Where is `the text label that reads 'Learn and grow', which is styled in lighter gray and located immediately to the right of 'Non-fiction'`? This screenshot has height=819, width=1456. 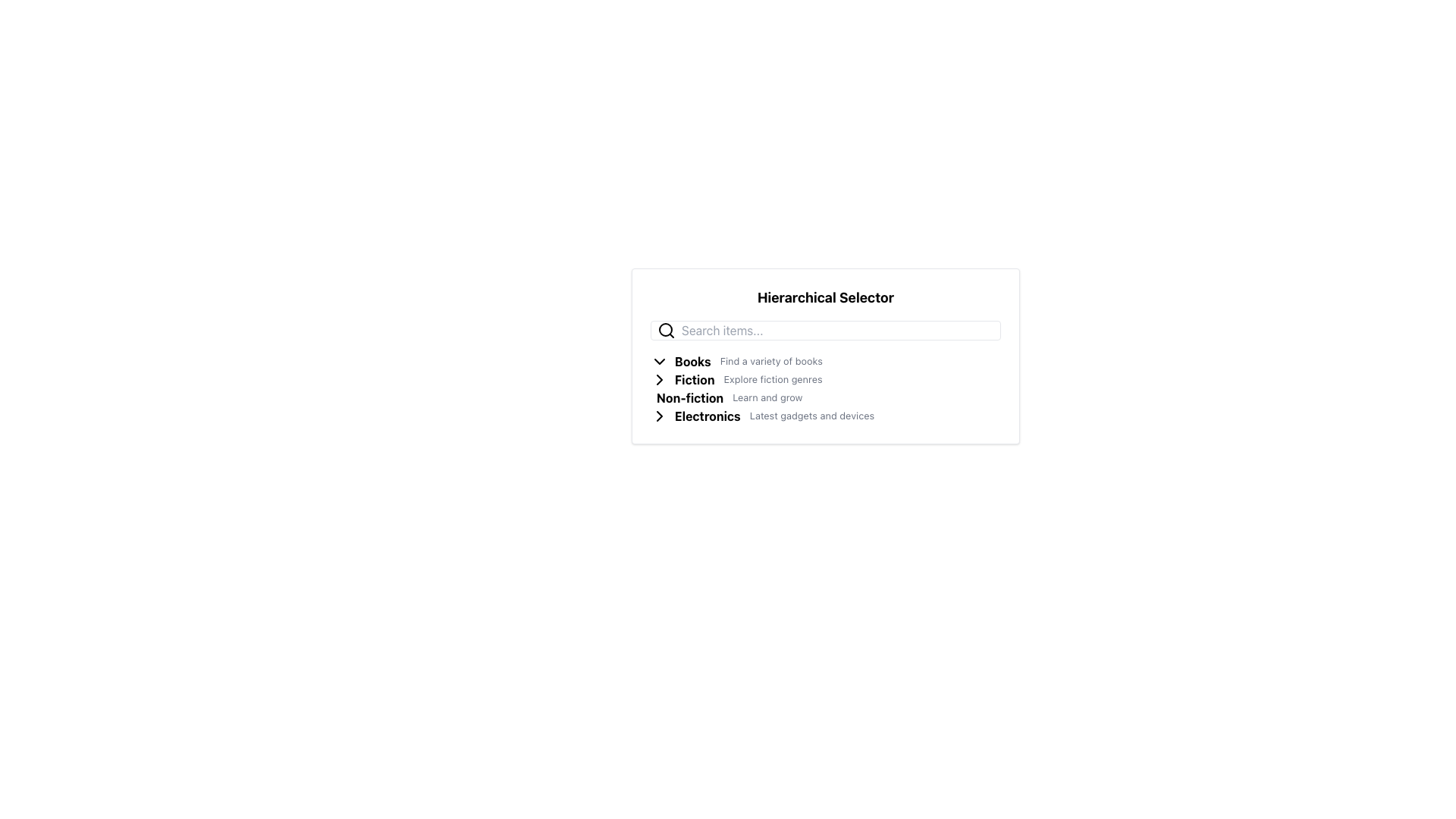
the text label that reads 'Learn and grow', which is styled in lighter gray and located immediately to the right of 'Non-fiction' is located at coordinates (767, 397).